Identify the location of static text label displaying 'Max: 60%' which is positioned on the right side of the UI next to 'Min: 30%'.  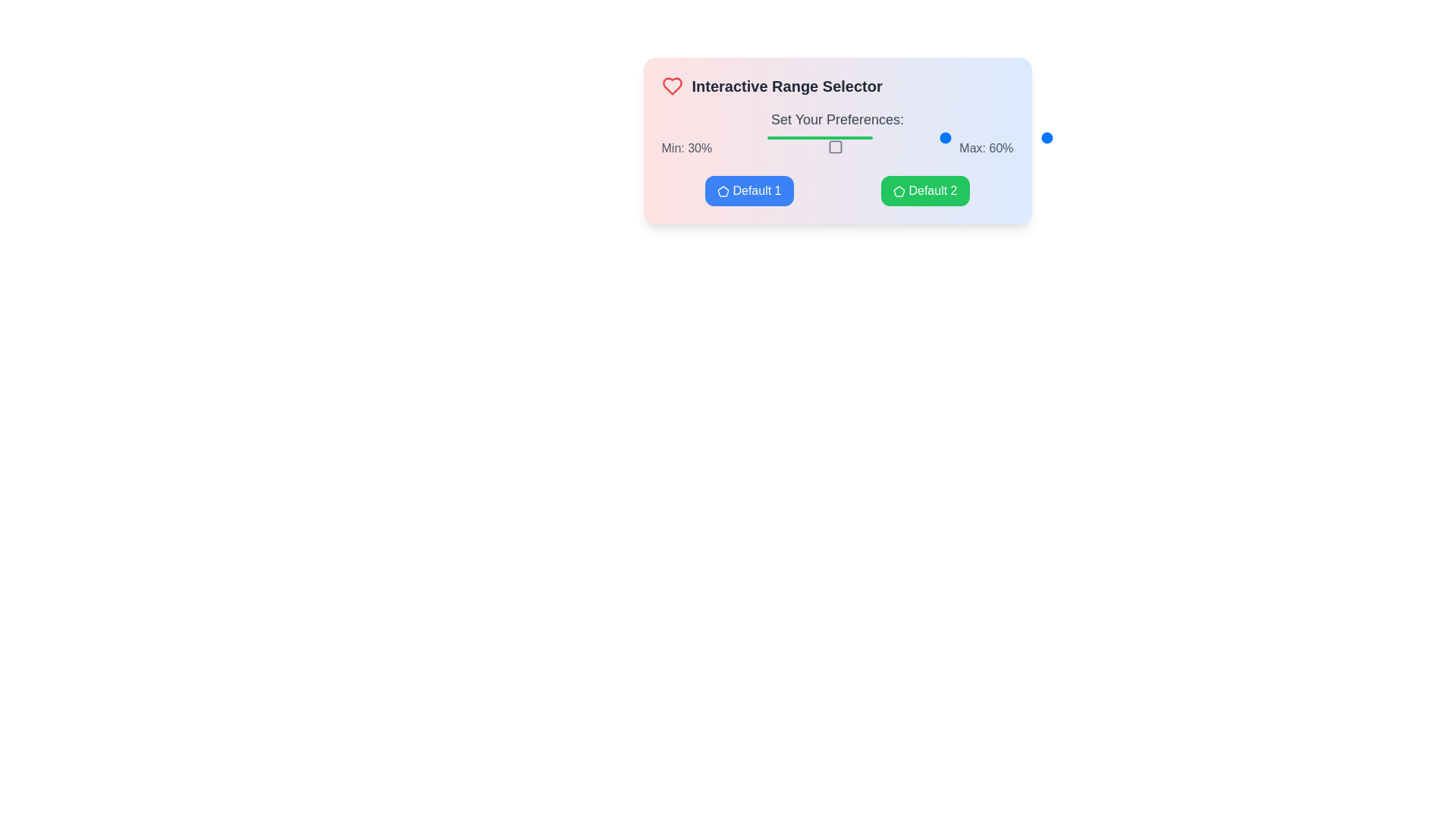
(986, 149).